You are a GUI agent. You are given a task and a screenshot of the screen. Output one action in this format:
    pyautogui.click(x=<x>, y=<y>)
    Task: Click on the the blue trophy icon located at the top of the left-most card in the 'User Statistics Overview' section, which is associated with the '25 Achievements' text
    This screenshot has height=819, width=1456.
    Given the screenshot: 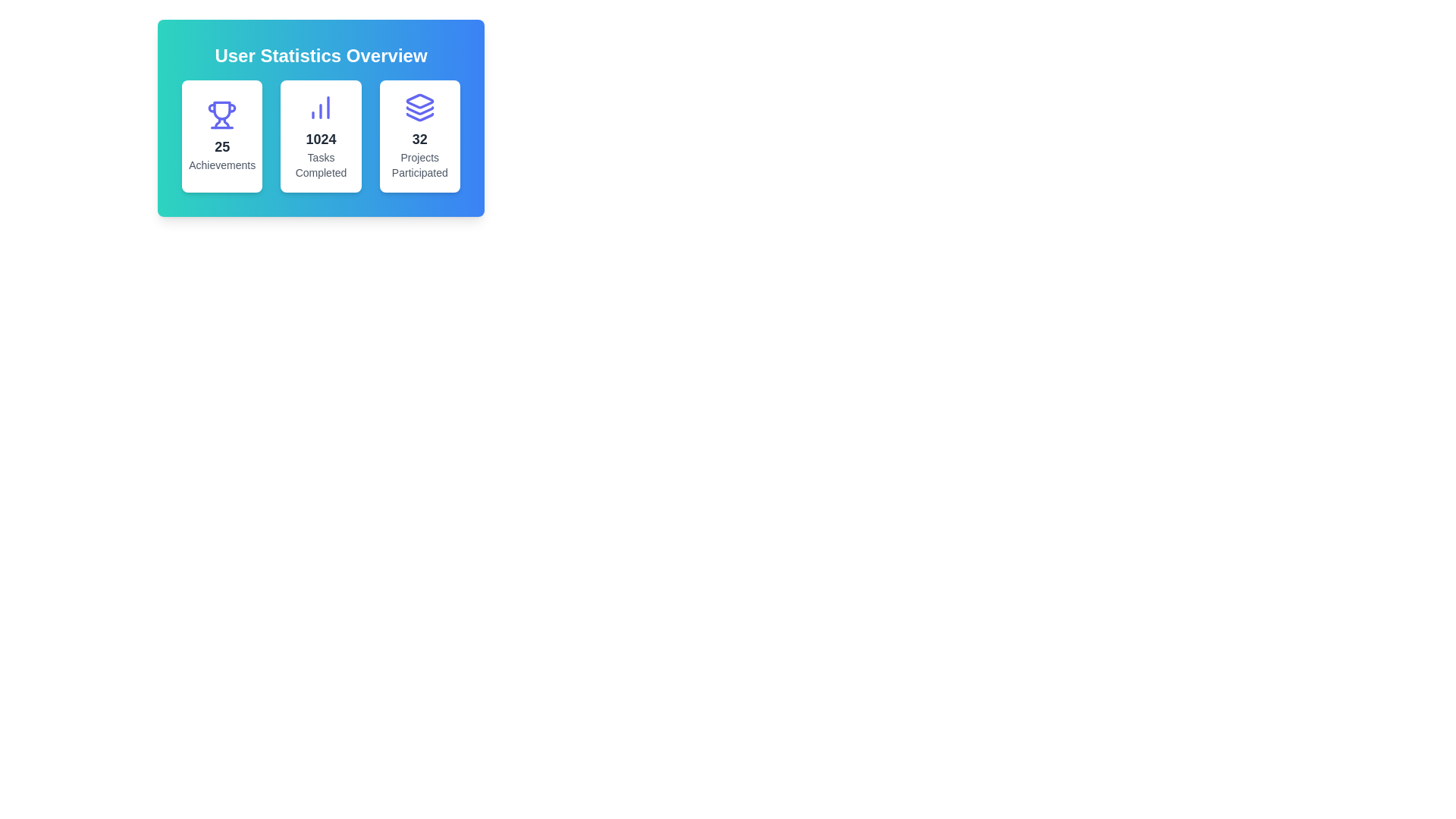 What is the action you would take?
    pyautogui.click(x=221, y=114)
    